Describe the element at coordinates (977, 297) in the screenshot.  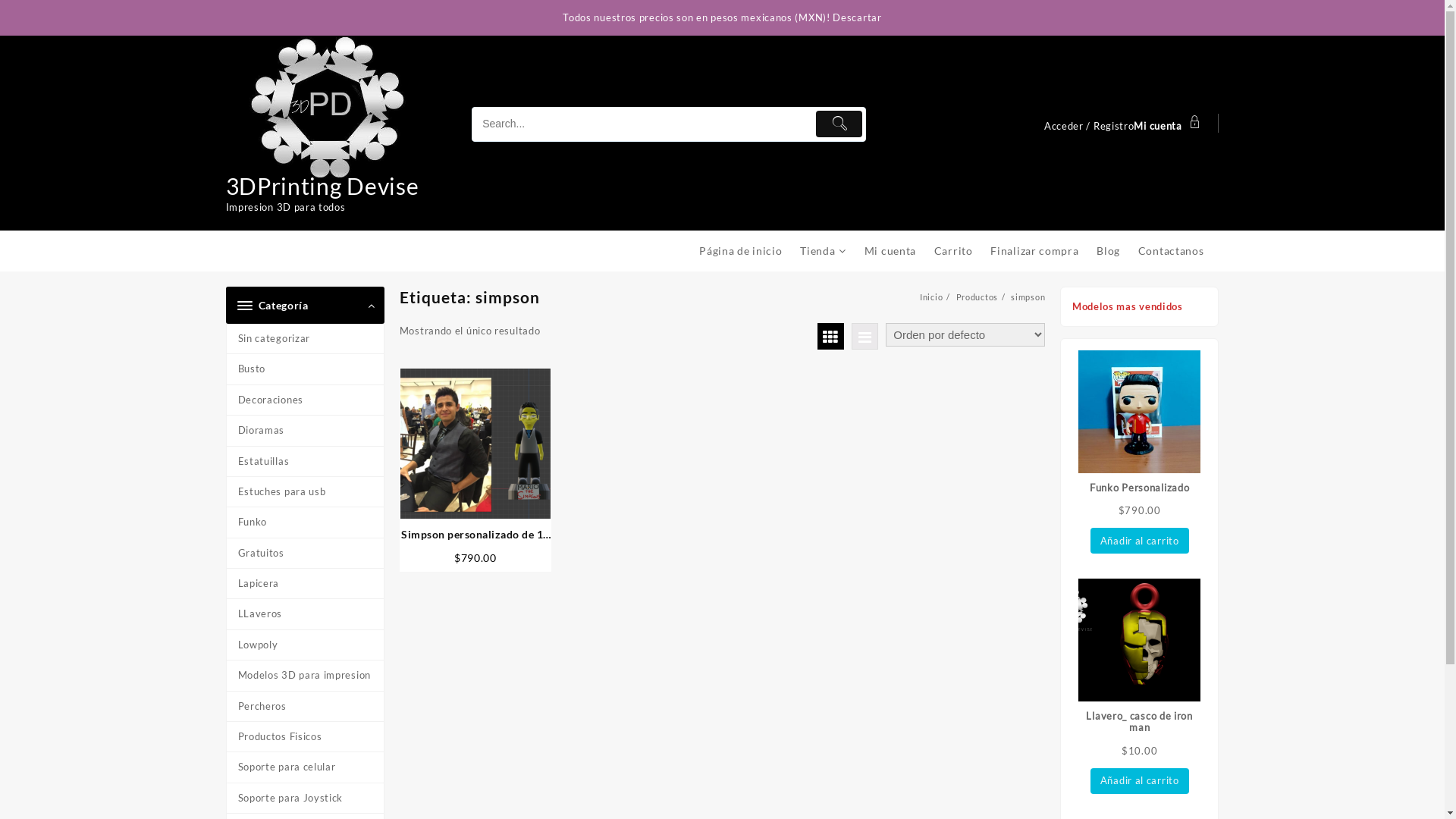
I see `'Productos'` at that location.